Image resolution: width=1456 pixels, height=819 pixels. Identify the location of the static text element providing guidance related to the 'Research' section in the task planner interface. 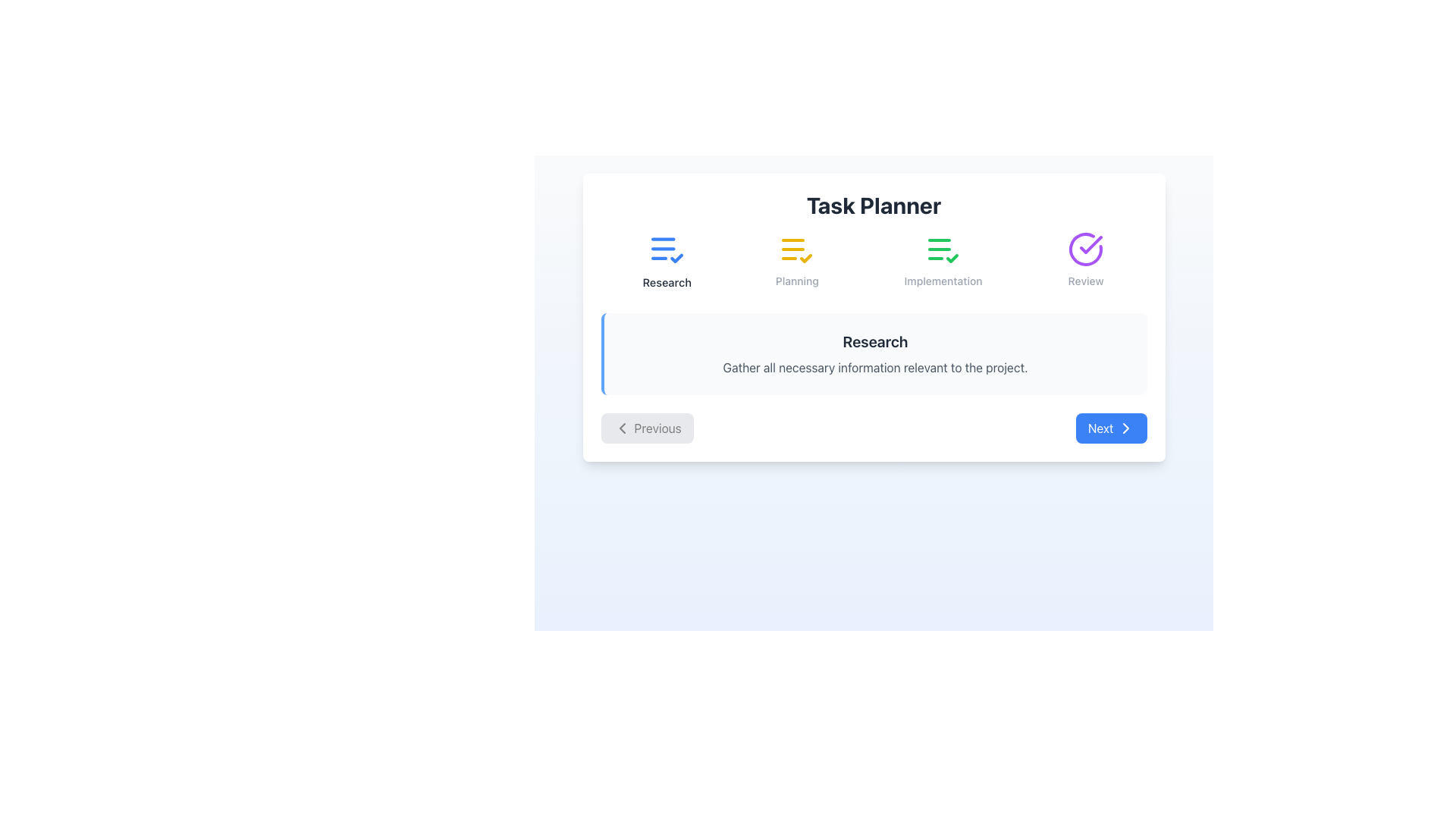
(875, 368).